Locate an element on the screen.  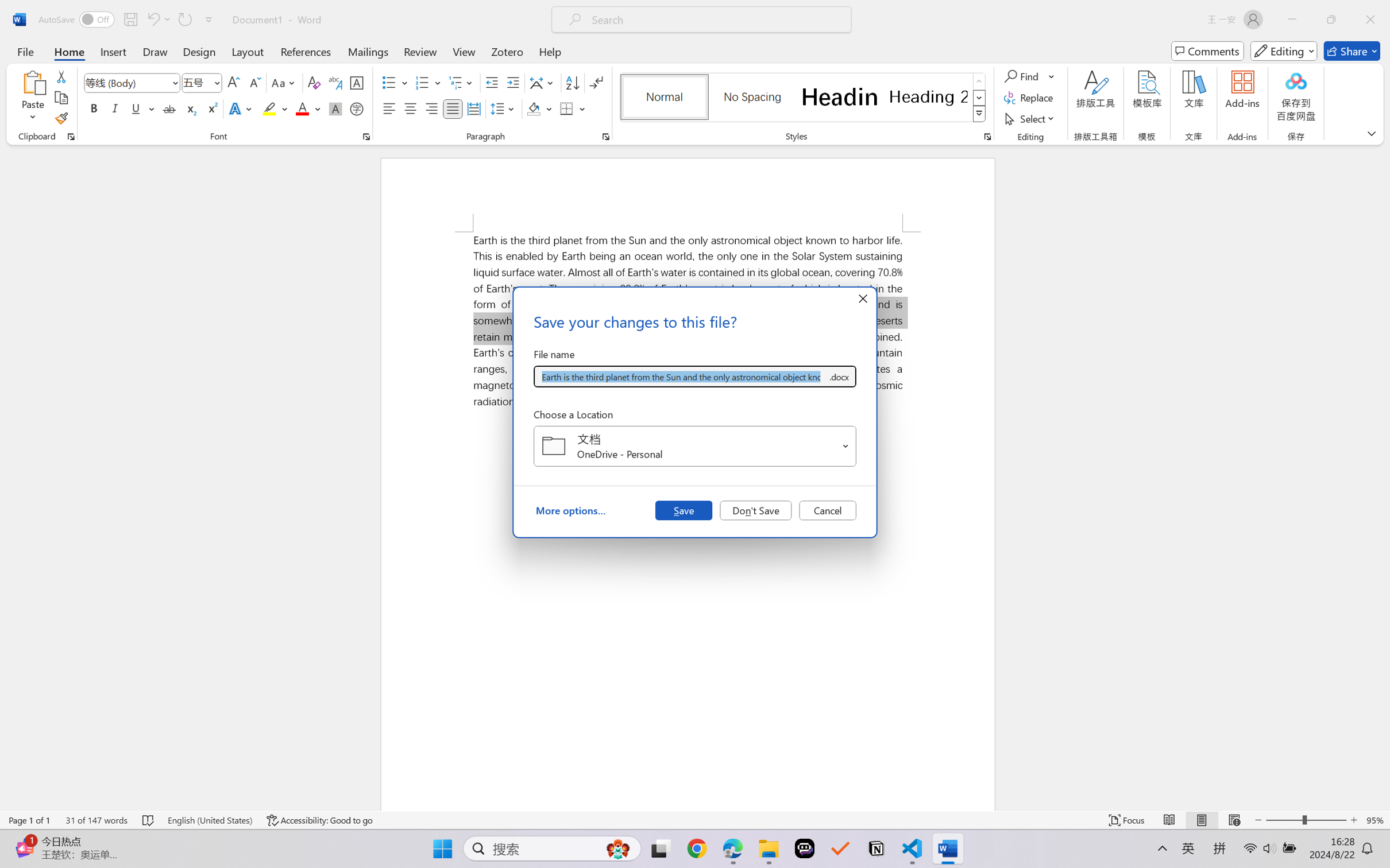
'Center' is located at coordinates (410, 108).